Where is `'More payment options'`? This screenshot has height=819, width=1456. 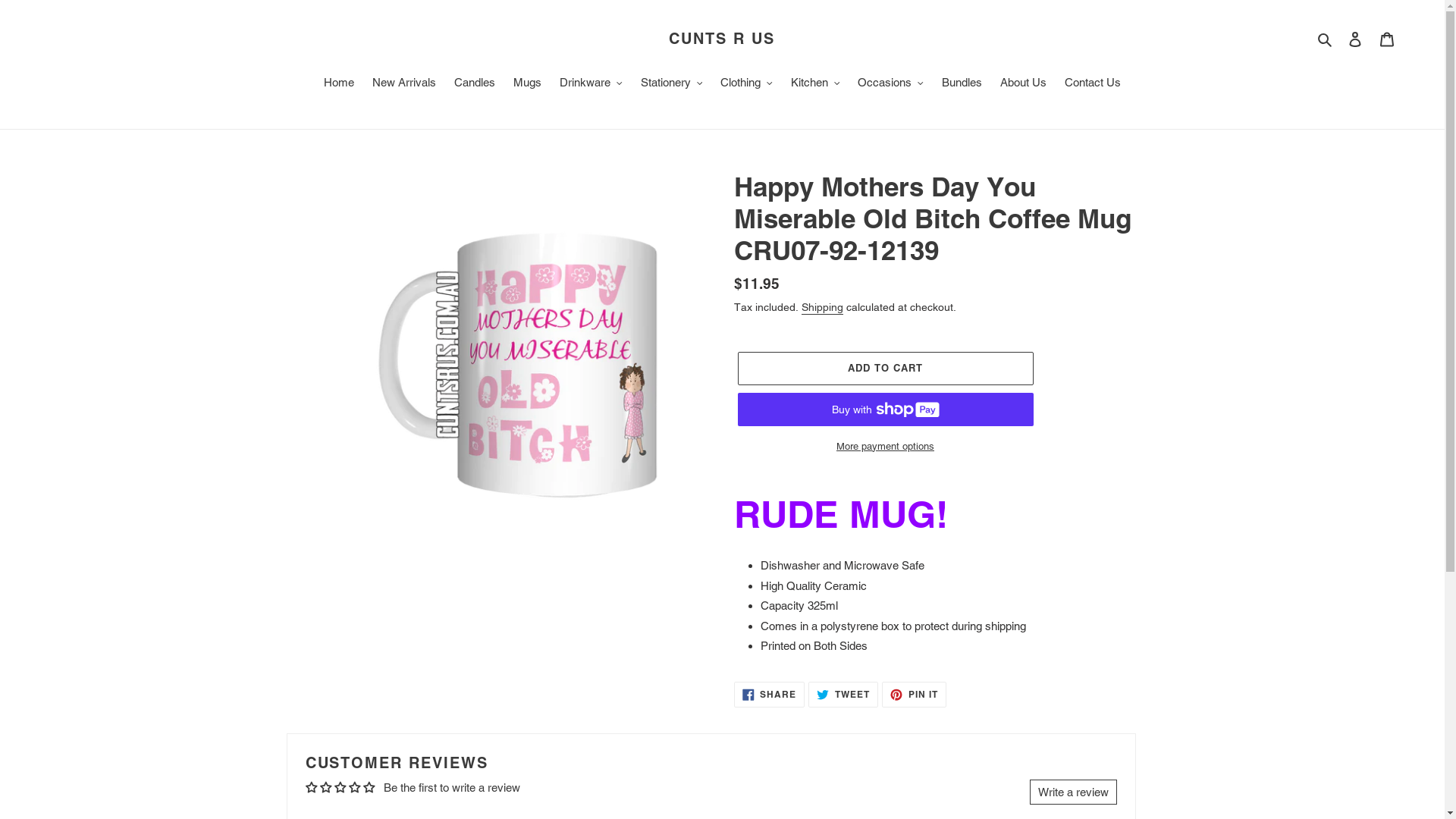 'More payment options' is located at coordinates (884, 446).